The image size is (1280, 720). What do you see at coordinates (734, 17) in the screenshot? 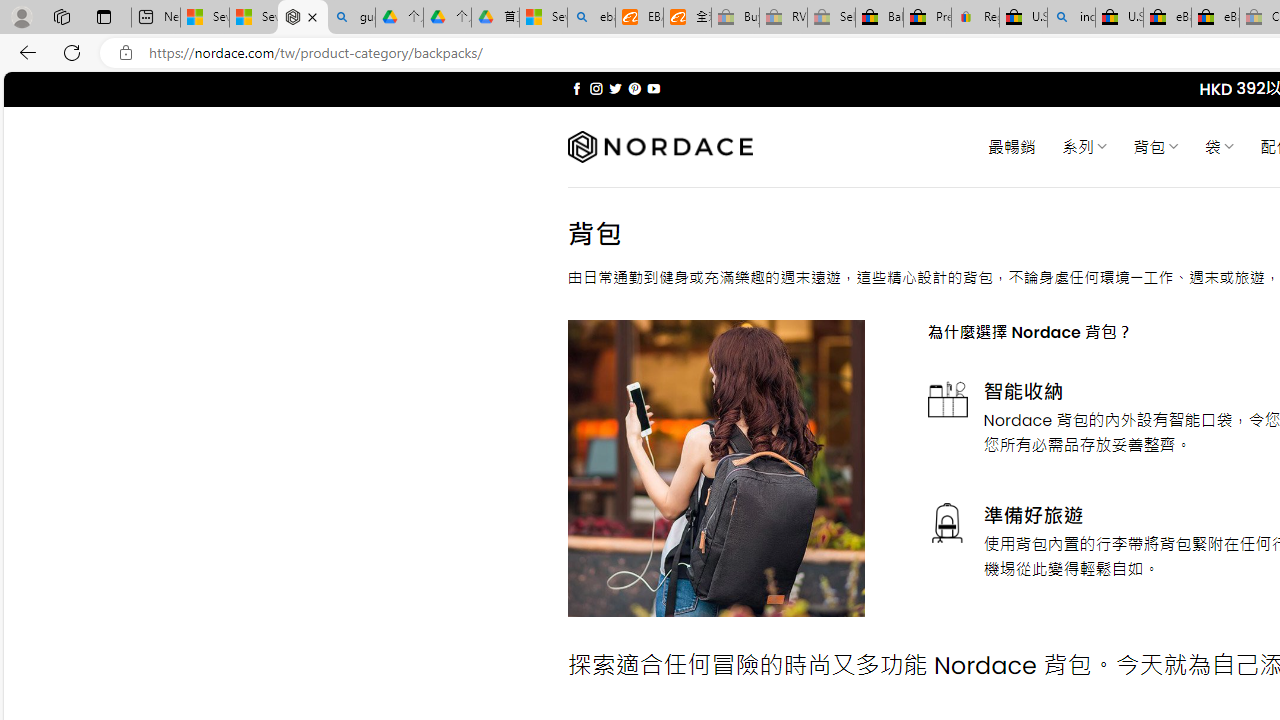
I see `'Buy Auto Parts & Accessories | eBay - Sleeping'` at bounding box center [734, 17].